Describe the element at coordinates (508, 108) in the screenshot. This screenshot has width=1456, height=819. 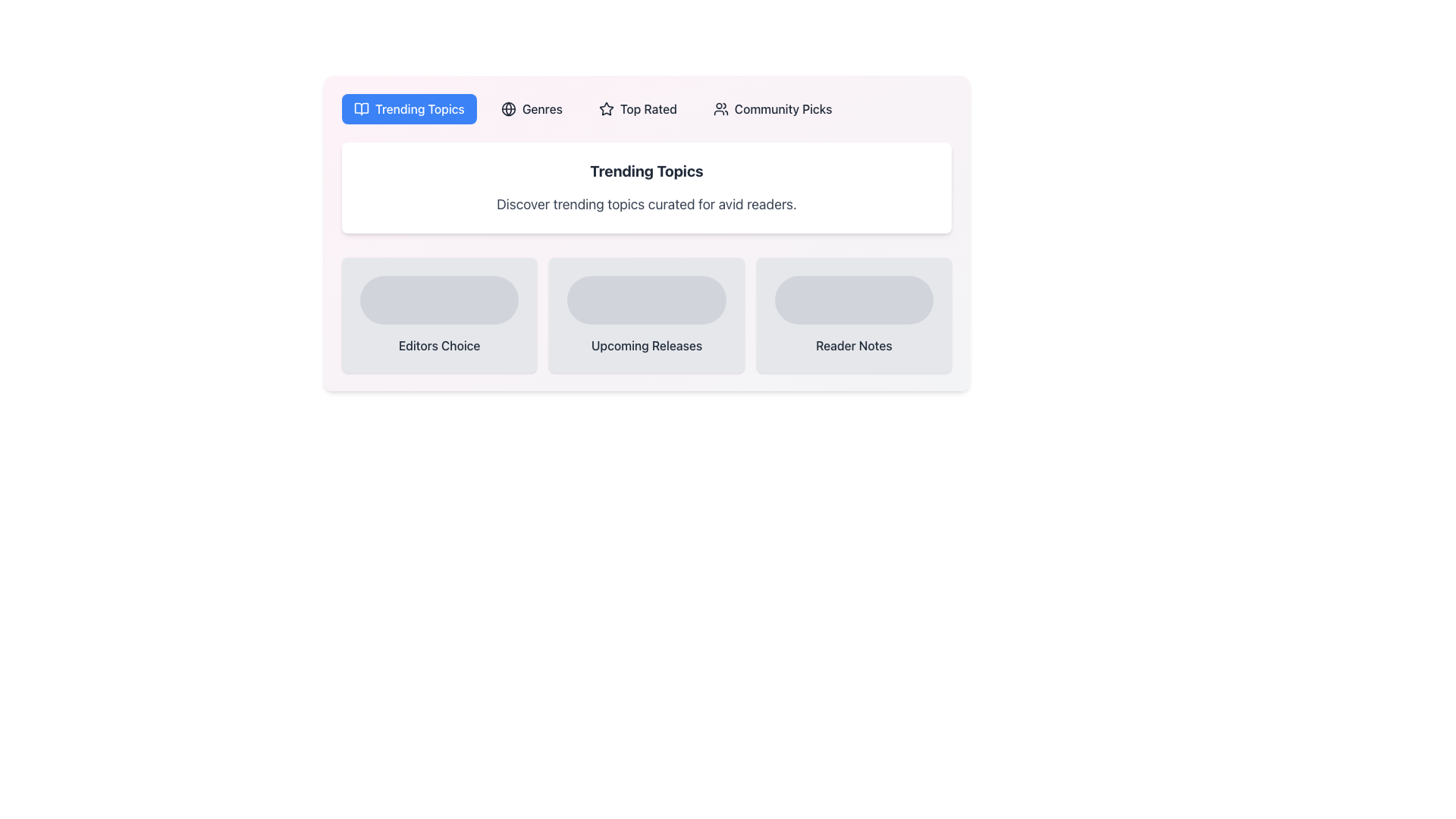
I see `the graphical SVG circle element that is part of the icon representing connectivity, located to the right of the 'Trending Topics' label in the top navigation bar` at that location.